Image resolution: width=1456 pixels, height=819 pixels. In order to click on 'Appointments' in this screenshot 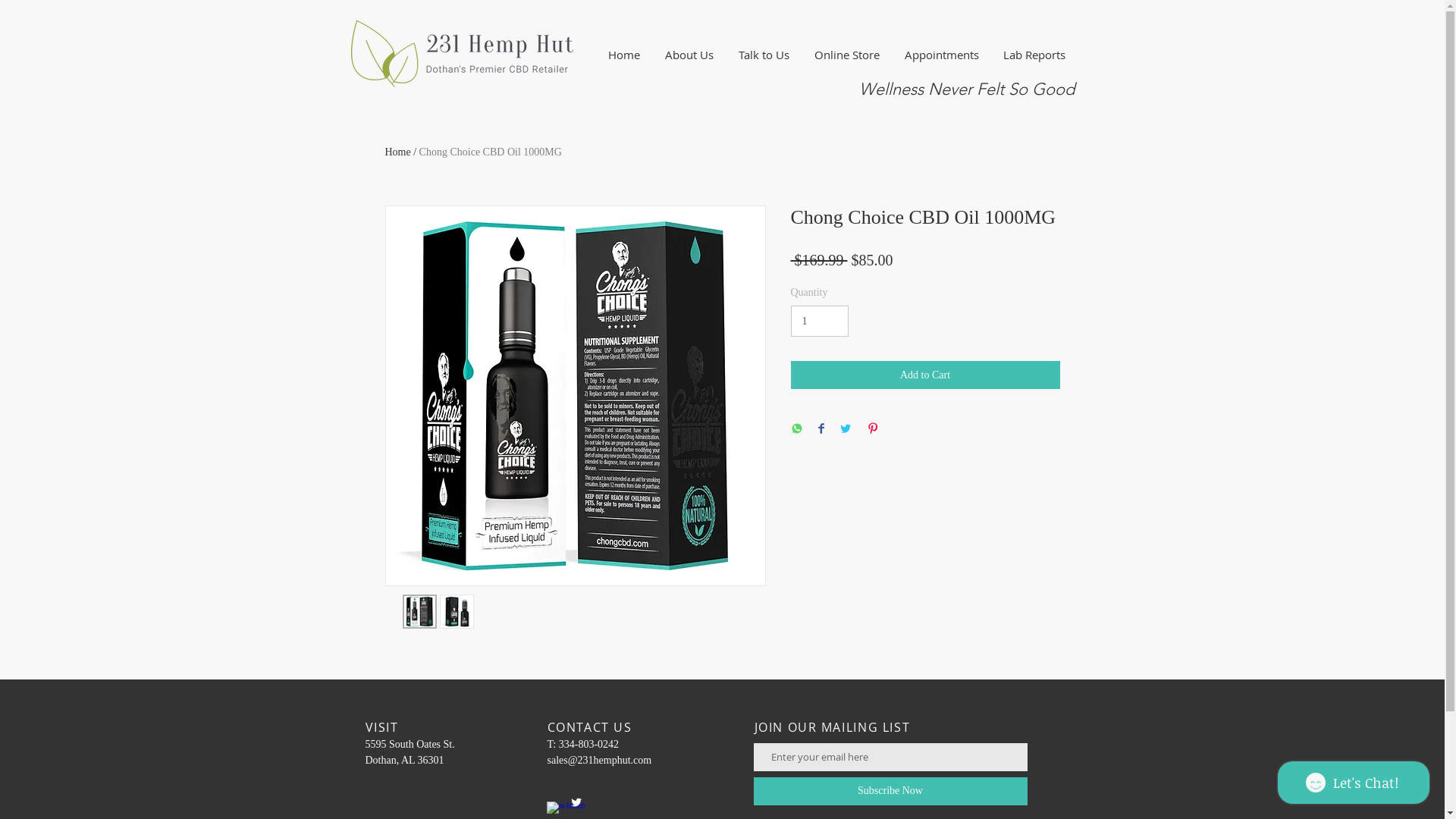, I will do `click(940, 54)`.